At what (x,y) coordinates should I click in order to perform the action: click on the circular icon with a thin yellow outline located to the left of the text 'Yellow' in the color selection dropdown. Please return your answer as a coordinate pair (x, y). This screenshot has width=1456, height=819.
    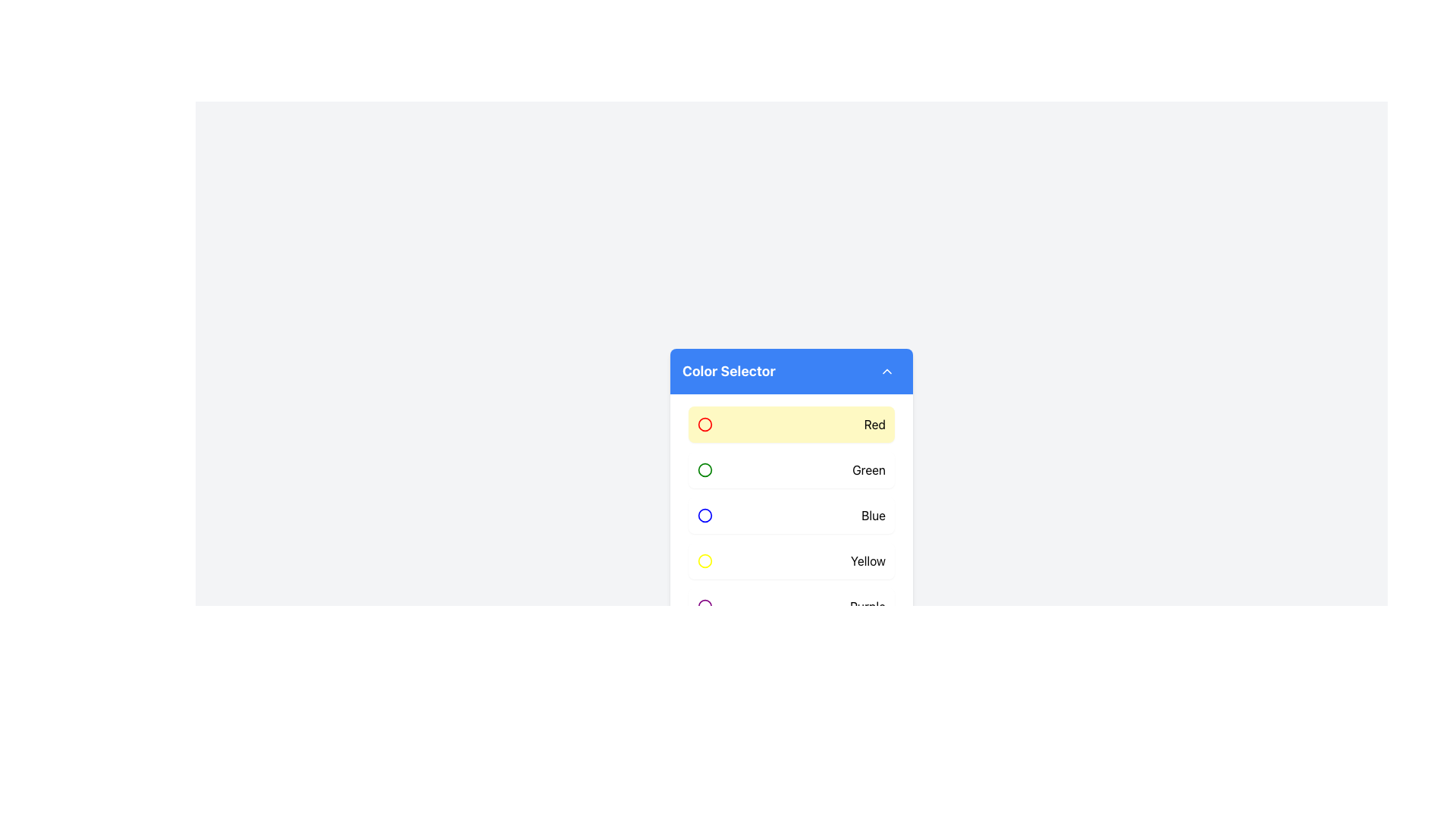
    Looking at the image, I should click on (704, 561).